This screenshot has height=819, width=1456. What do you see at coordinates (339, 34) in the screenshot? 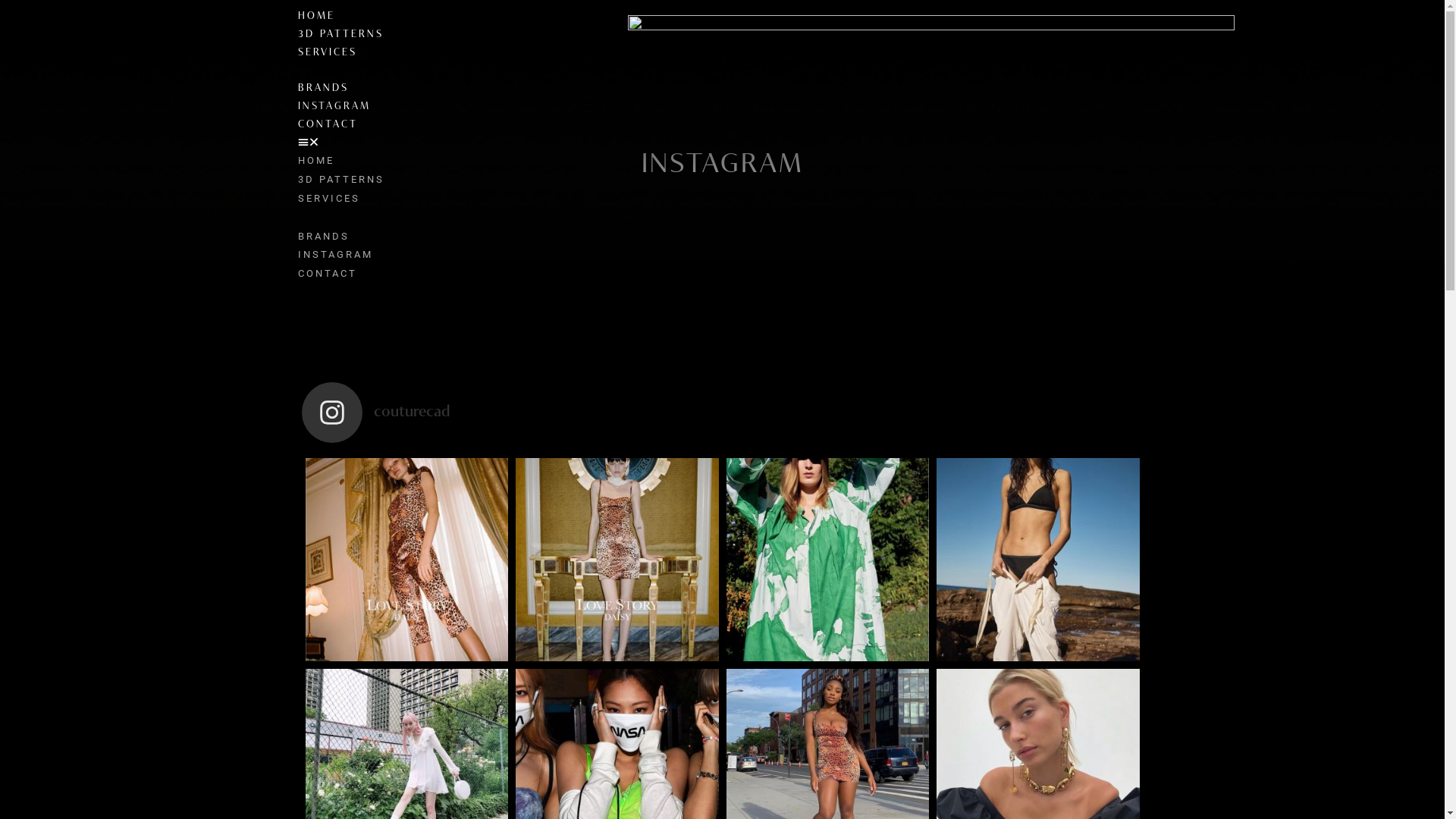
I see `'3D PATTERNS'` at bounding box center [339, 34].